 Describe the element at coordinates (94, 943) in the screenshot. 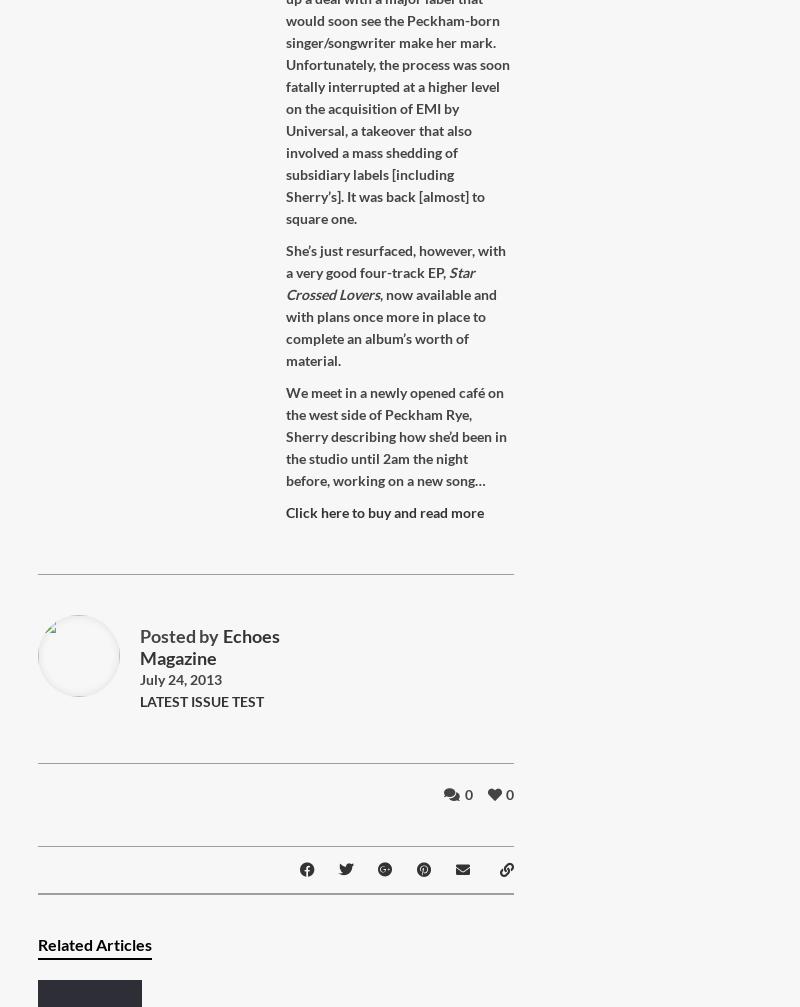

I see `'Related Articles'` at that location.